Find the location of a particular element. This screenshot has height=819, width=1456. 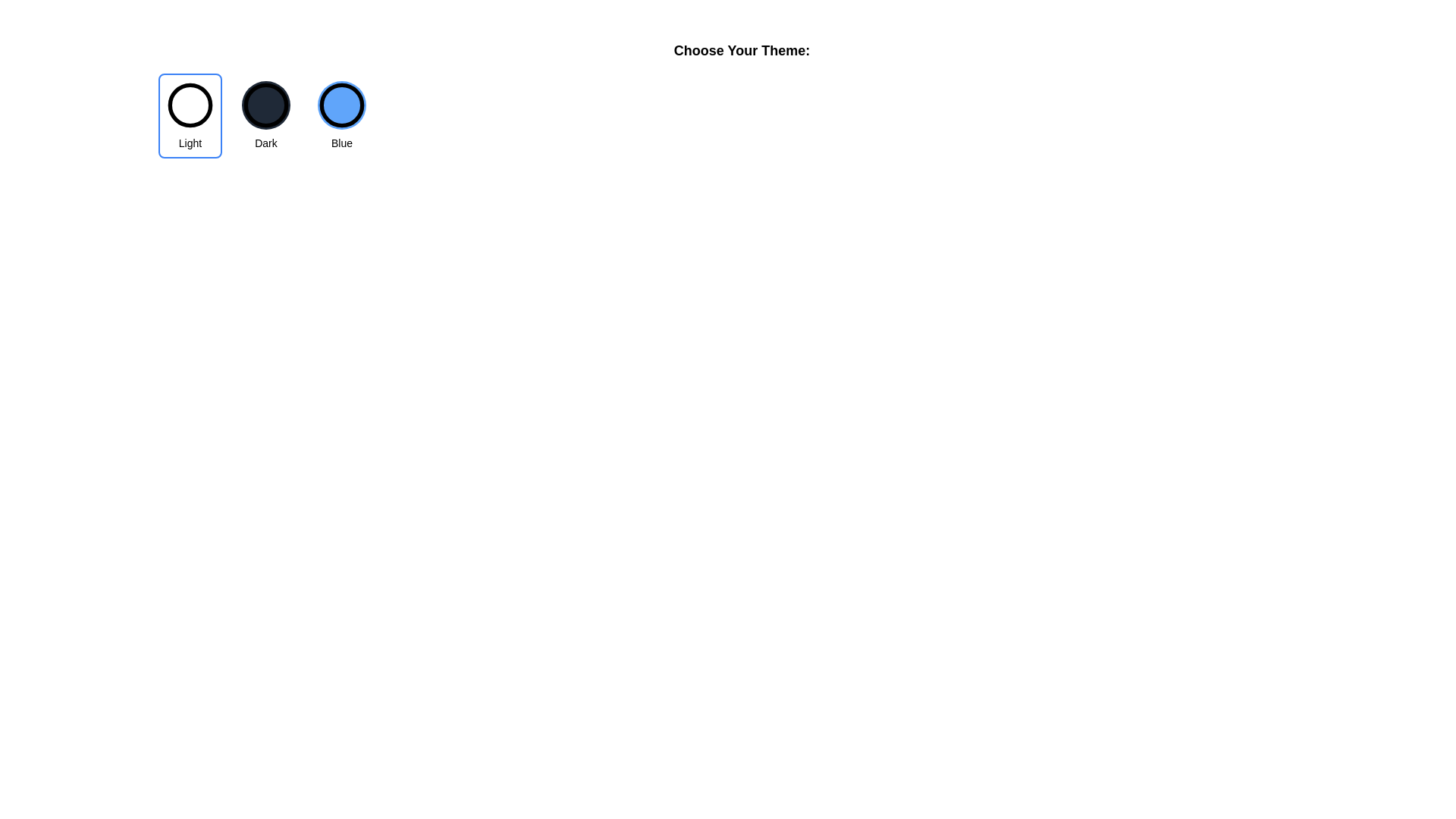

the circular element with a dark fill and lighter border, positioned in the middle of three horizontally arranged circles labeled 'Light', 'Dark', and 'Blue' is located at coordinates (265, 104).